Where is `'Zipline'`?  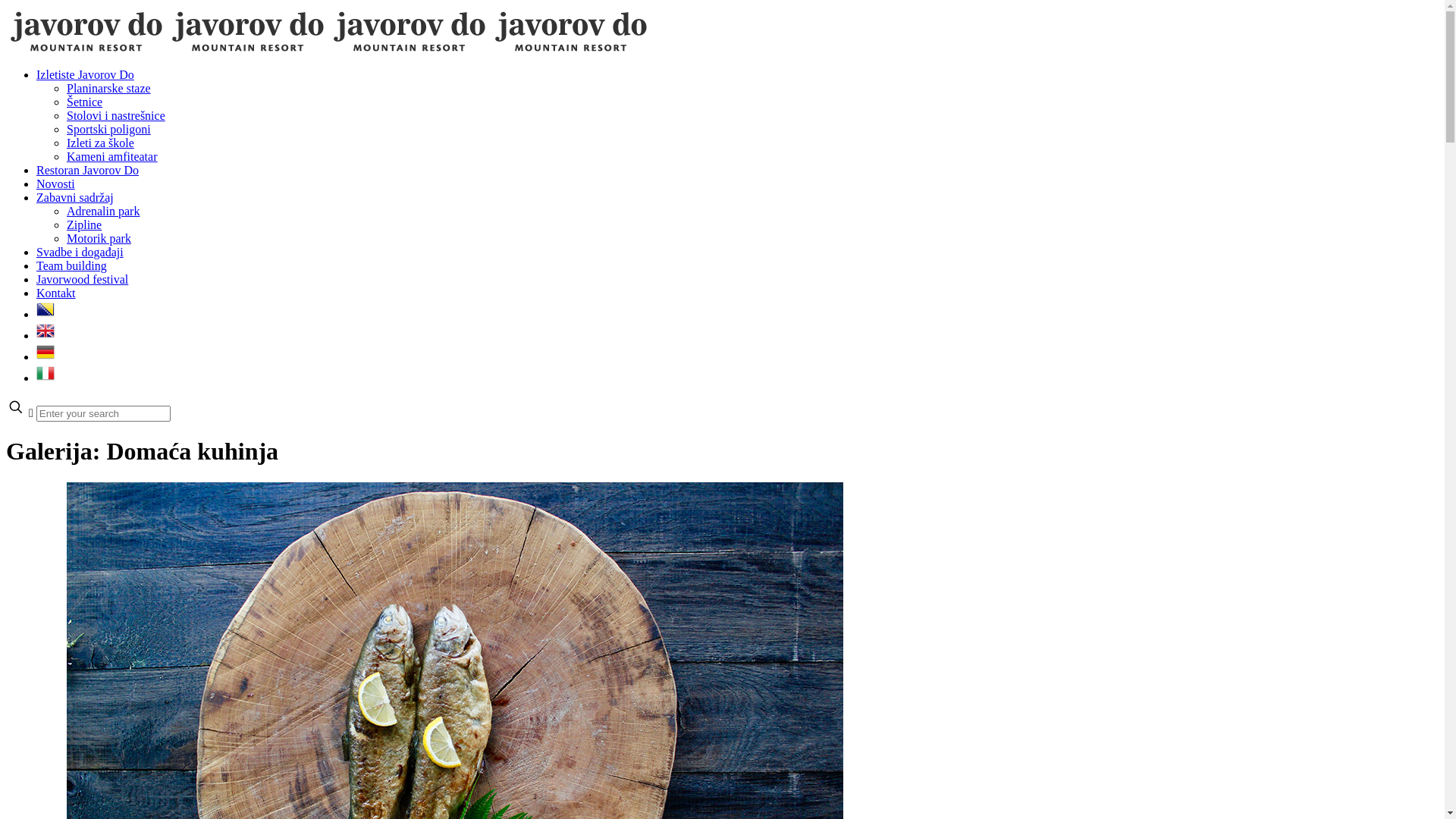
'Zipline' is located at coordinates (83, 224).